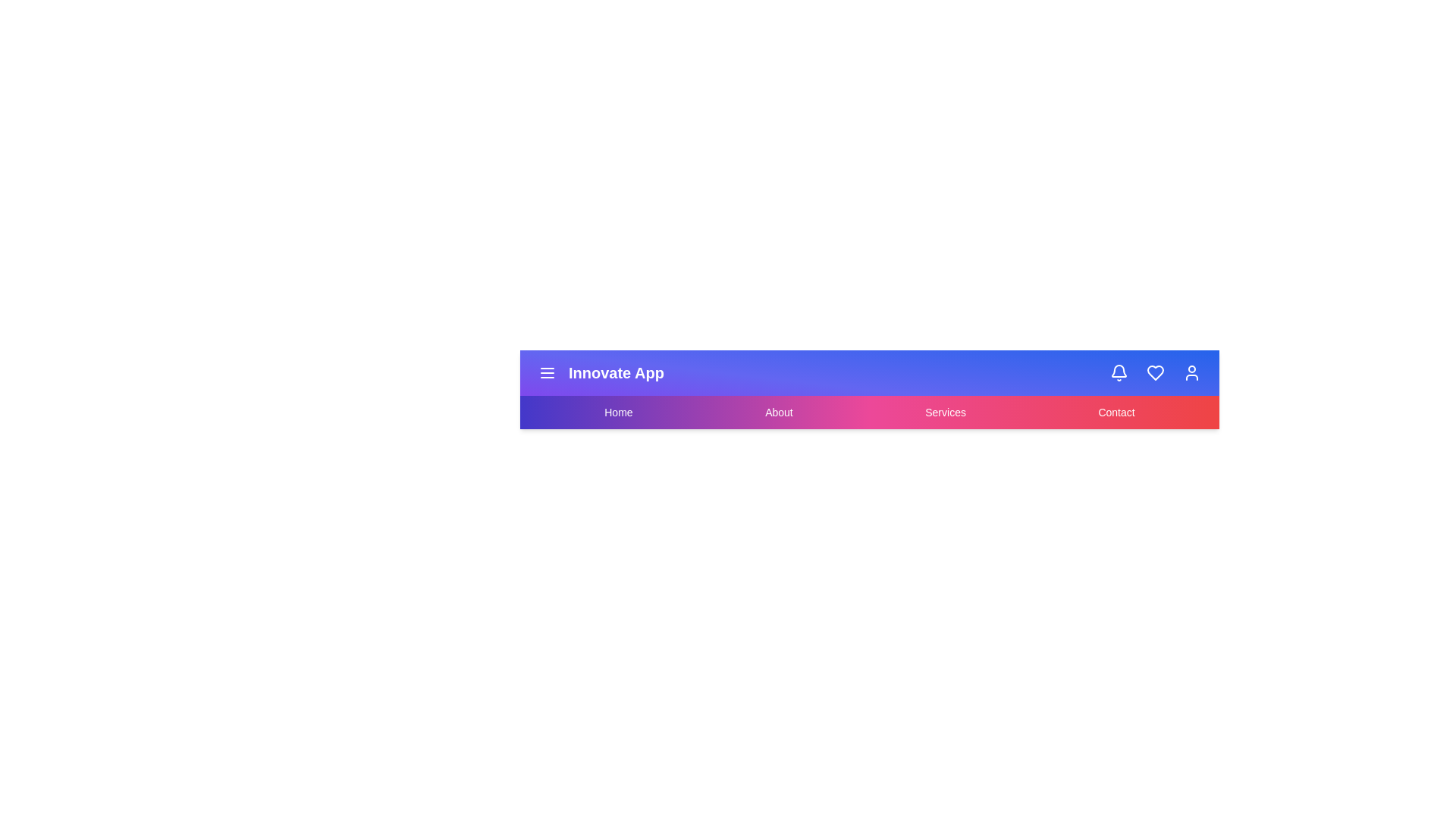  I want to click on the interactive element Home Link, so click(618, 412).